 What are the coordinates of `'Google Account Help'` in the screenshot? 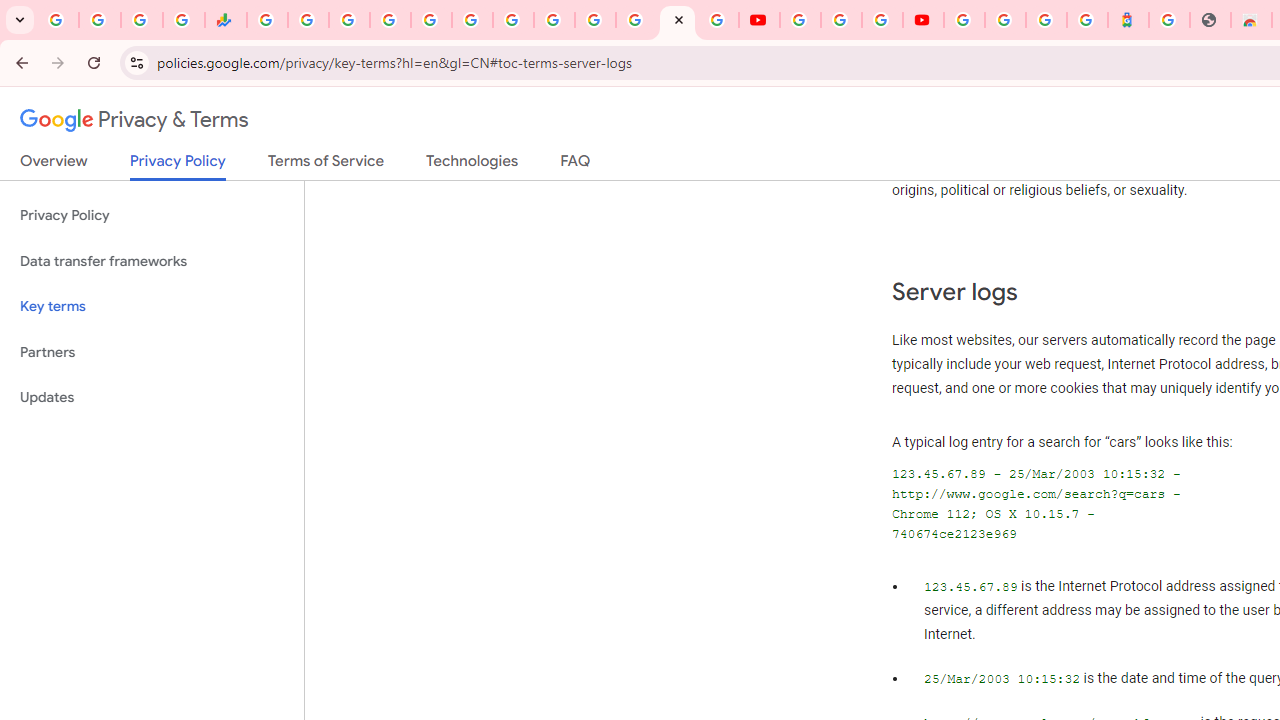 It's located at (840, 20).